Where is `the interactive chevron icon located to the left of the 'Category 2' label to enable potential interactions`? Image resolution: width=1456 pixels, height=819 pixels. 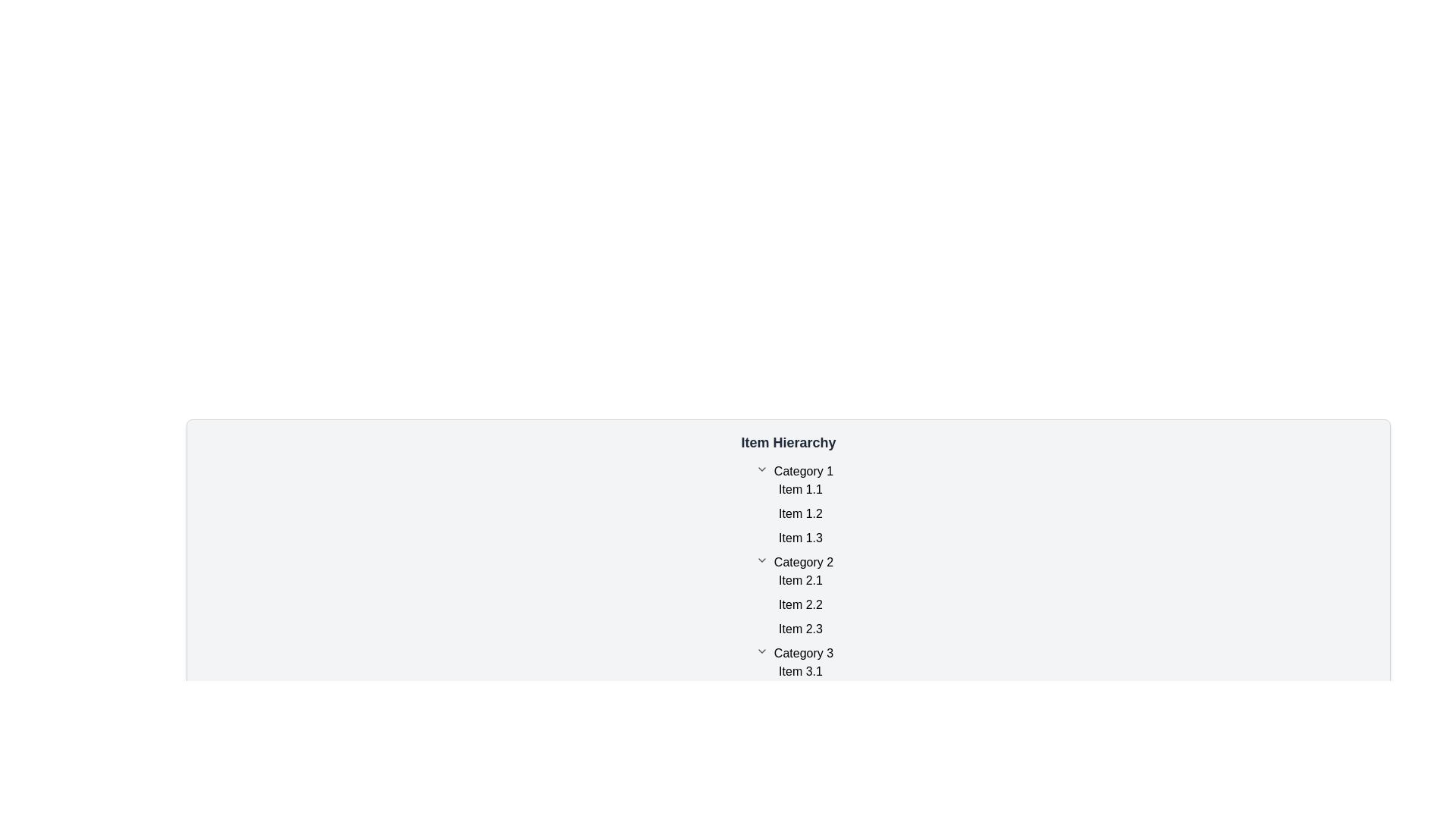
the interactive chevron icon located to the left of the 'Category 2' label to enable potential interactions is located at coordinates (761, 560).